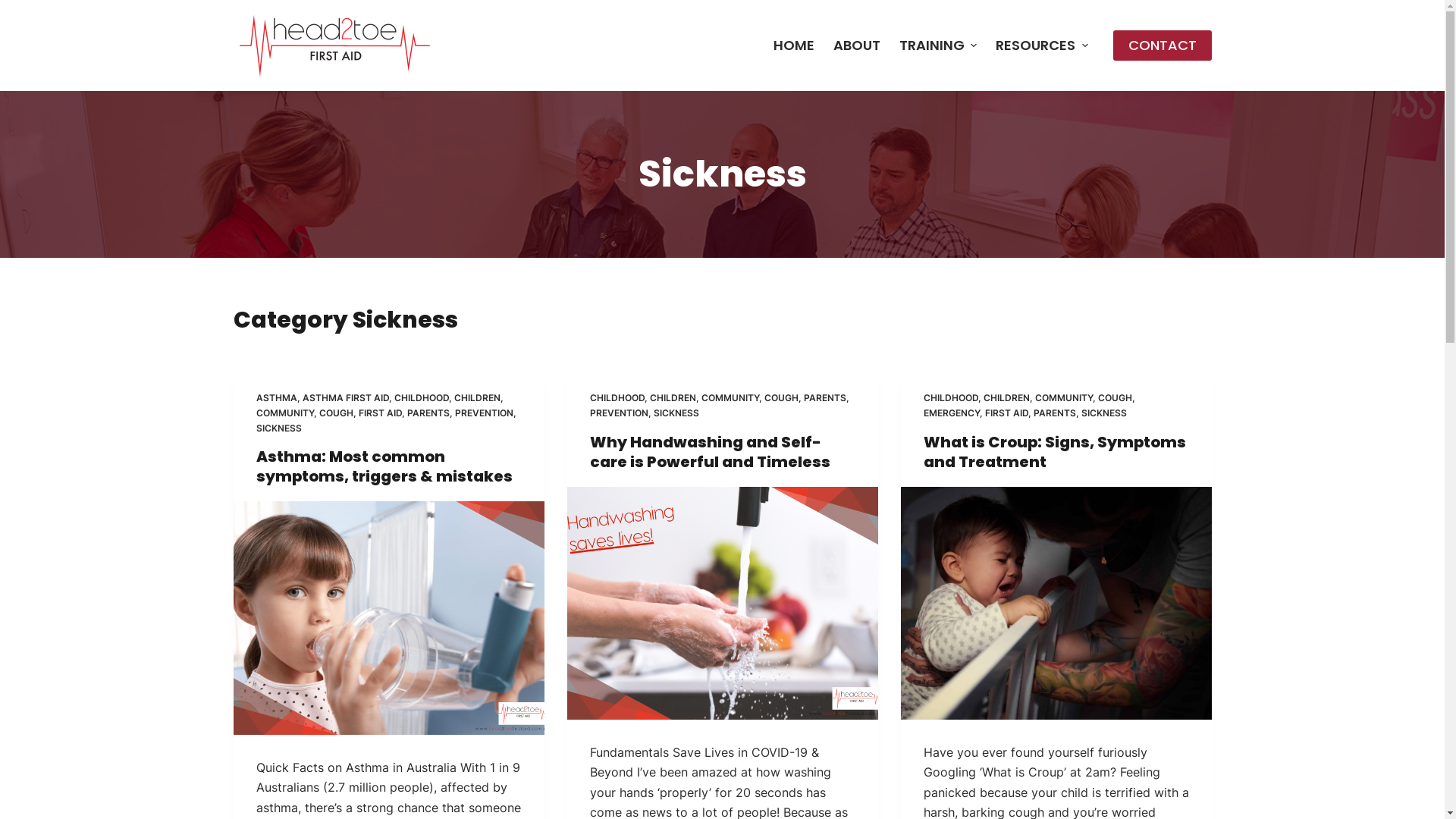 The width and height of the screenshot is (1456, 819). Describe the element at coordinates (856, 45) in the screenshot. I see `'ABOUT'` at that location.